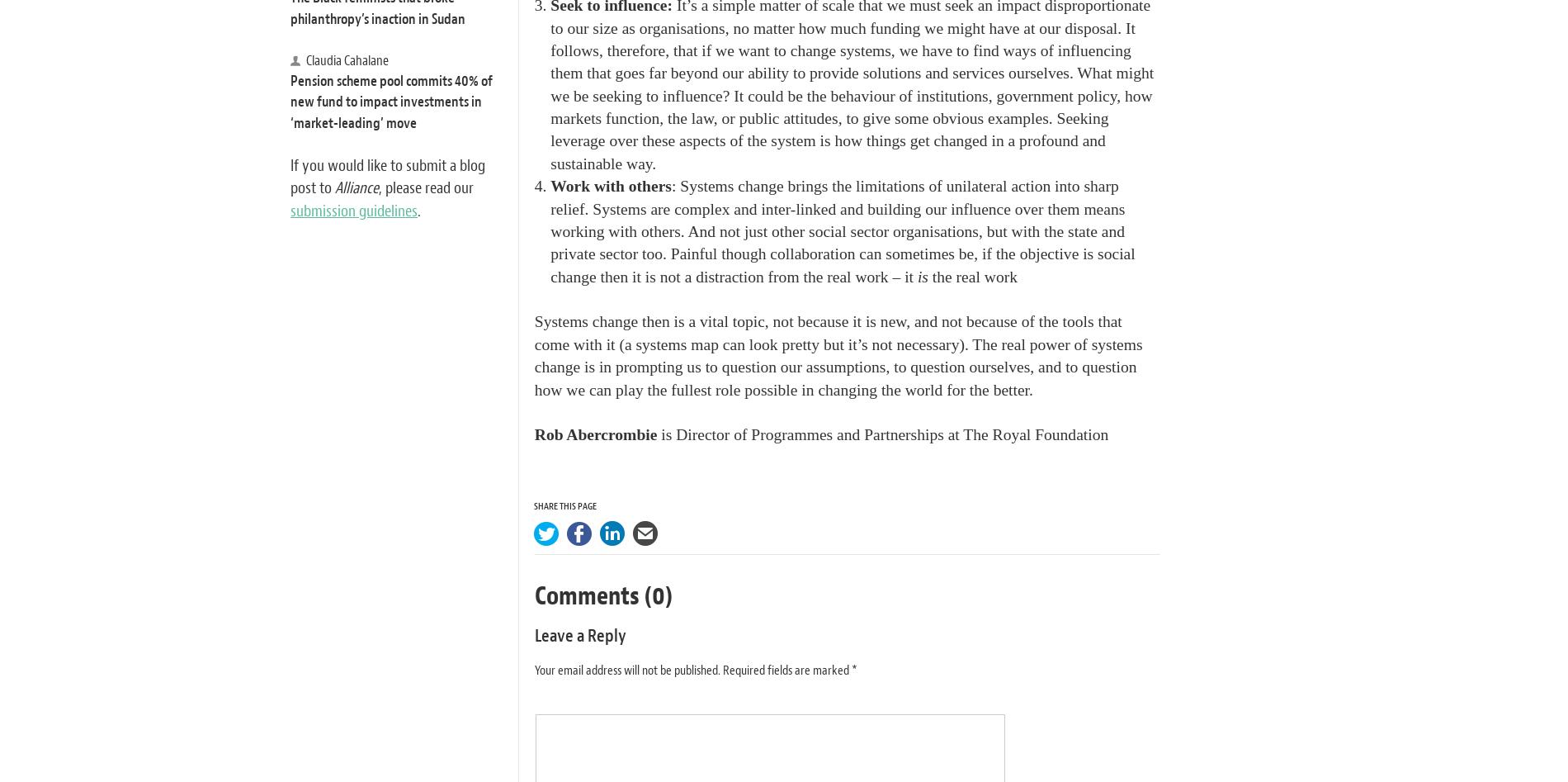 The image size is (1568, 782). Describe the element at coordinates (550, 186) in the screenshot. I see `'Work with others'` at that location.